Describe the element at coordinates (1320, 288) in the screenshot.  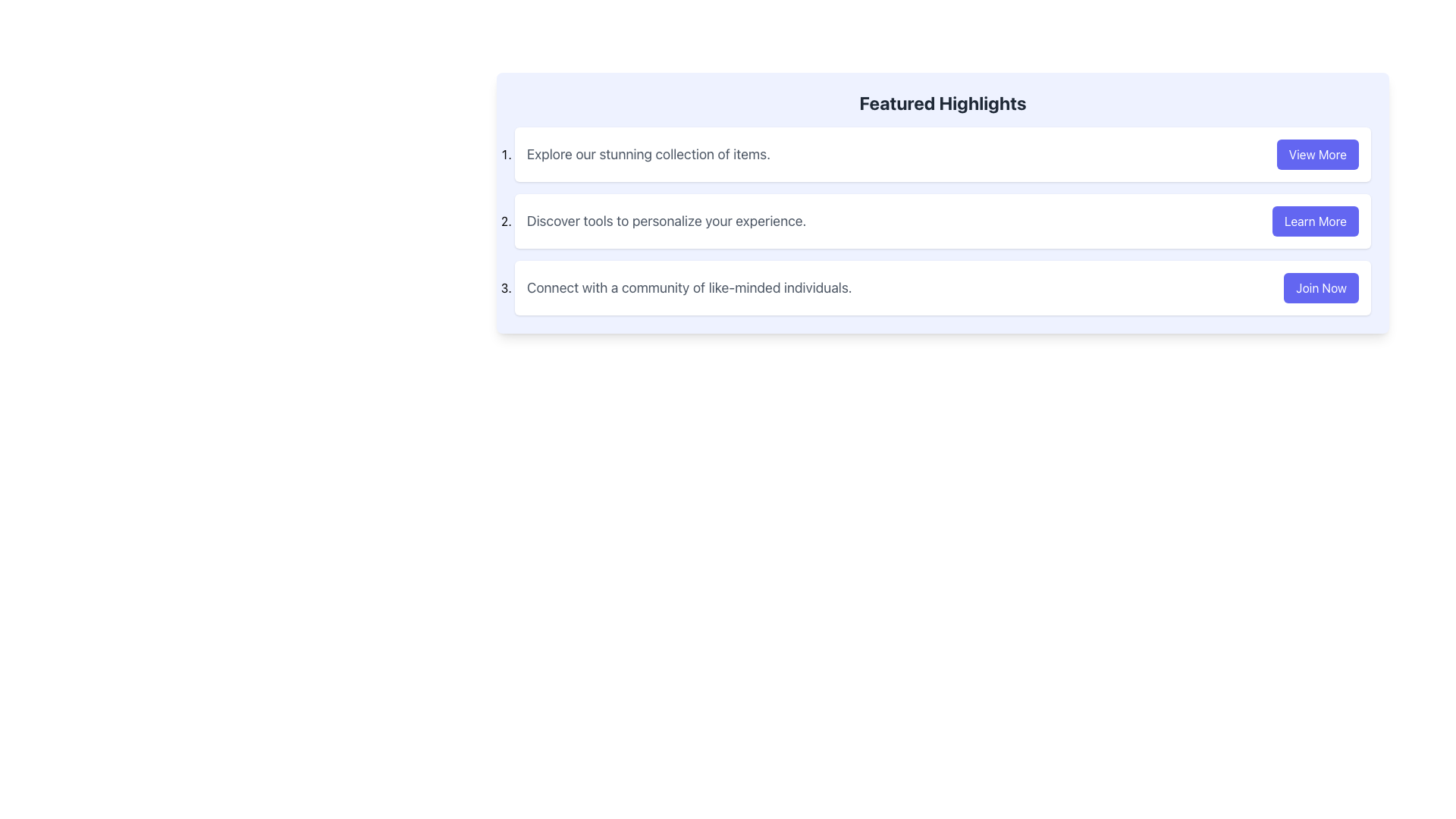
I see `the 'Join Now' button, a rectangular button with rounded corners and indigo background, located on the far right of the third row in a vertical list of features` at that location.